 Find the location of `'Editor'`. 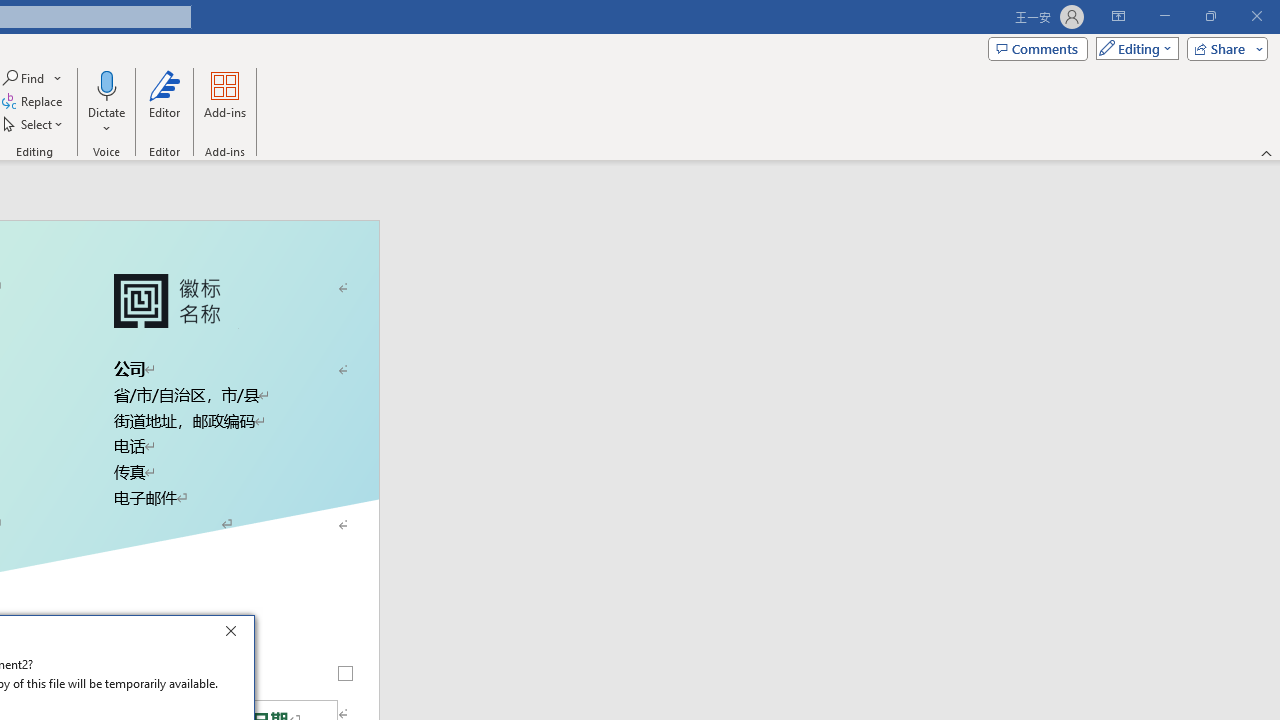

'Editor' is located at coordinates (164, 103).